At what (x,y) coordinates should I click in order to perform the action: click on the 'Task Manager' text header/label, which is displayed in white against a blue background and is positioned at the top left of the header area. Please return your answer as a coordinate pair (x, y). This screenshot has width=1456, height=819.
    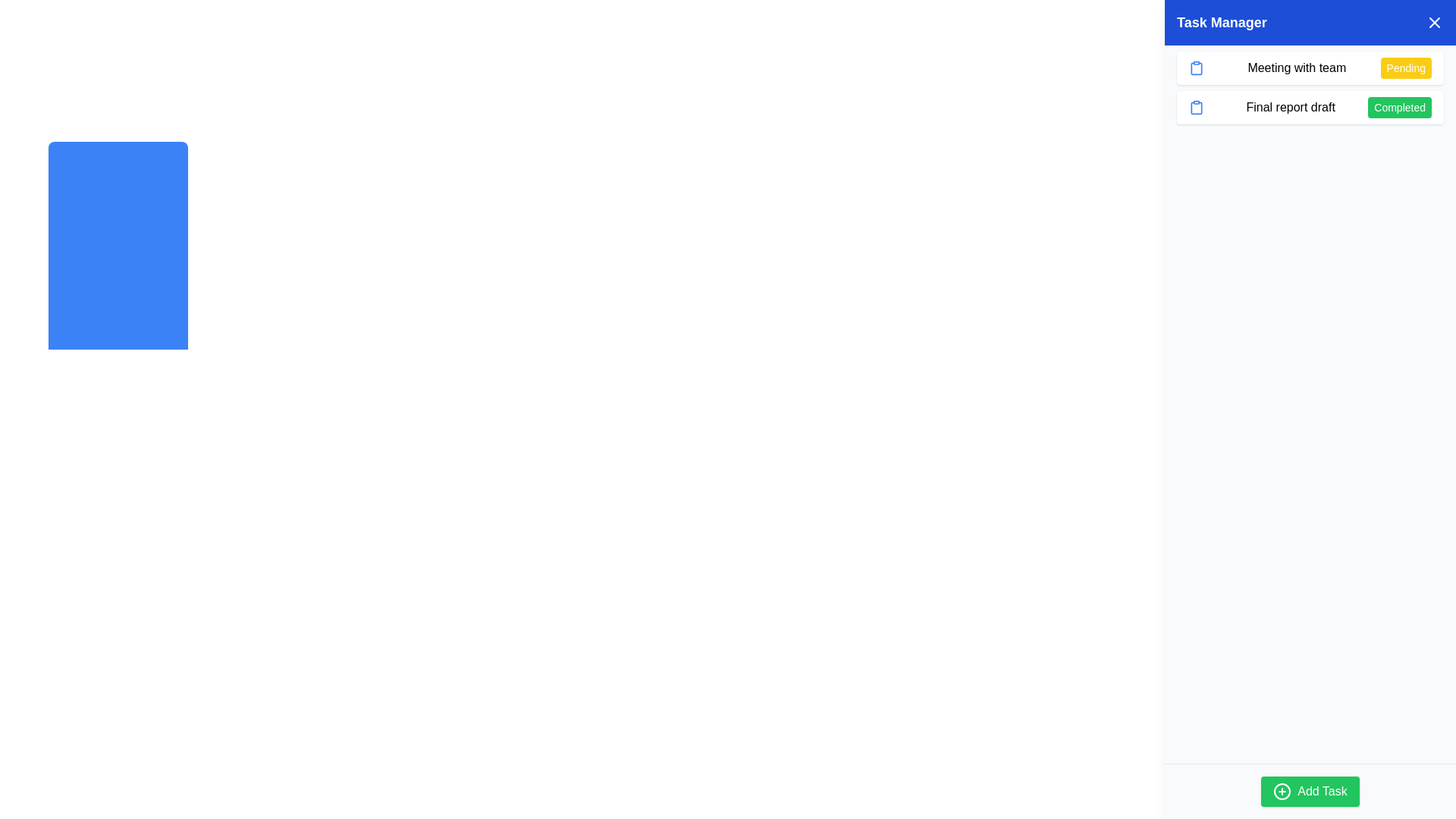
    Looking at the image, I should click on (1222, 23).